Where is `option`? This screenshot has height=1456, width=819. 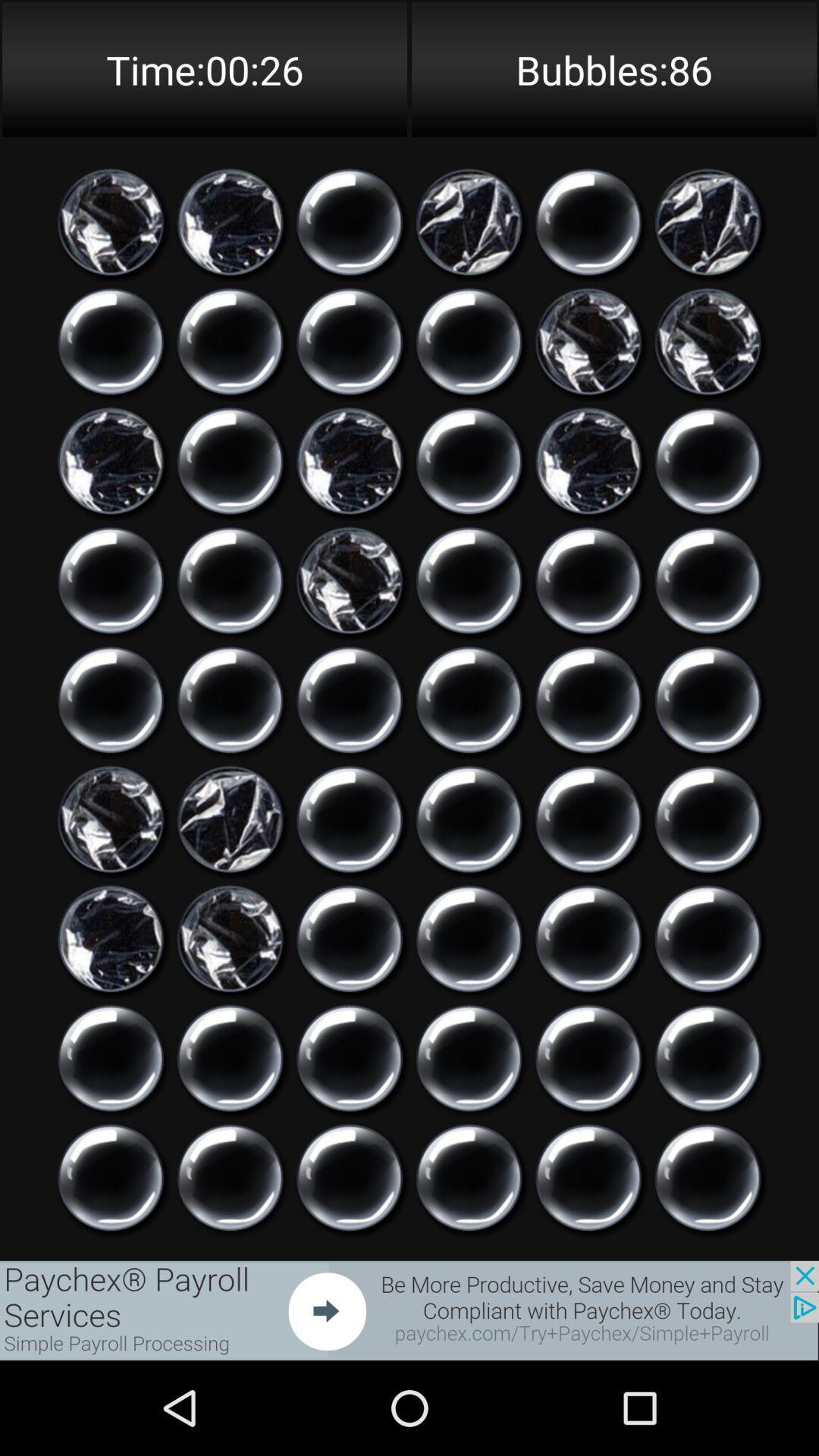 option is located at coordinates (350, 818).